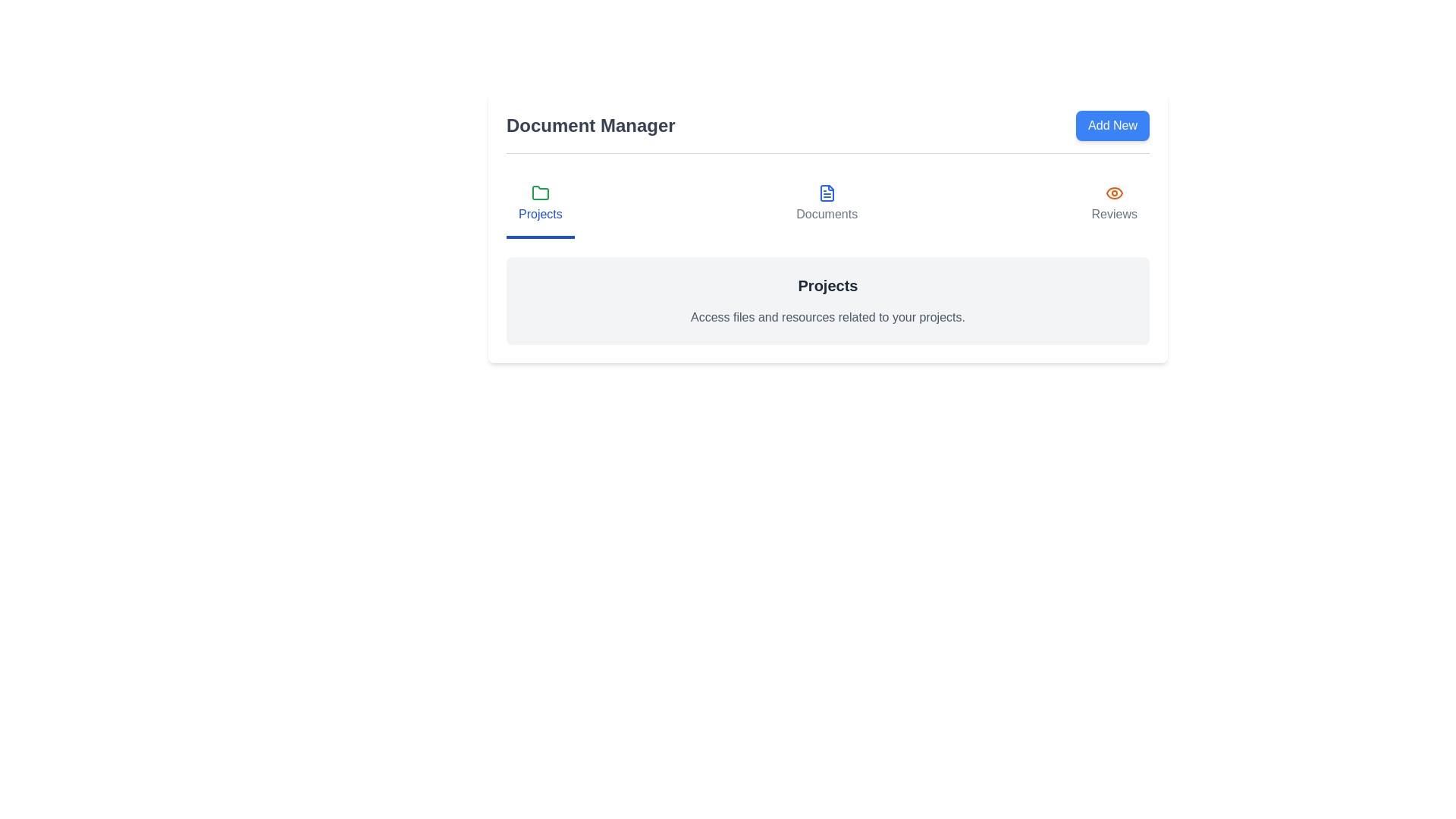 The image size is (1456, 819). I want to click on the Projects tab by clicking on its icon, so click(539, 205).